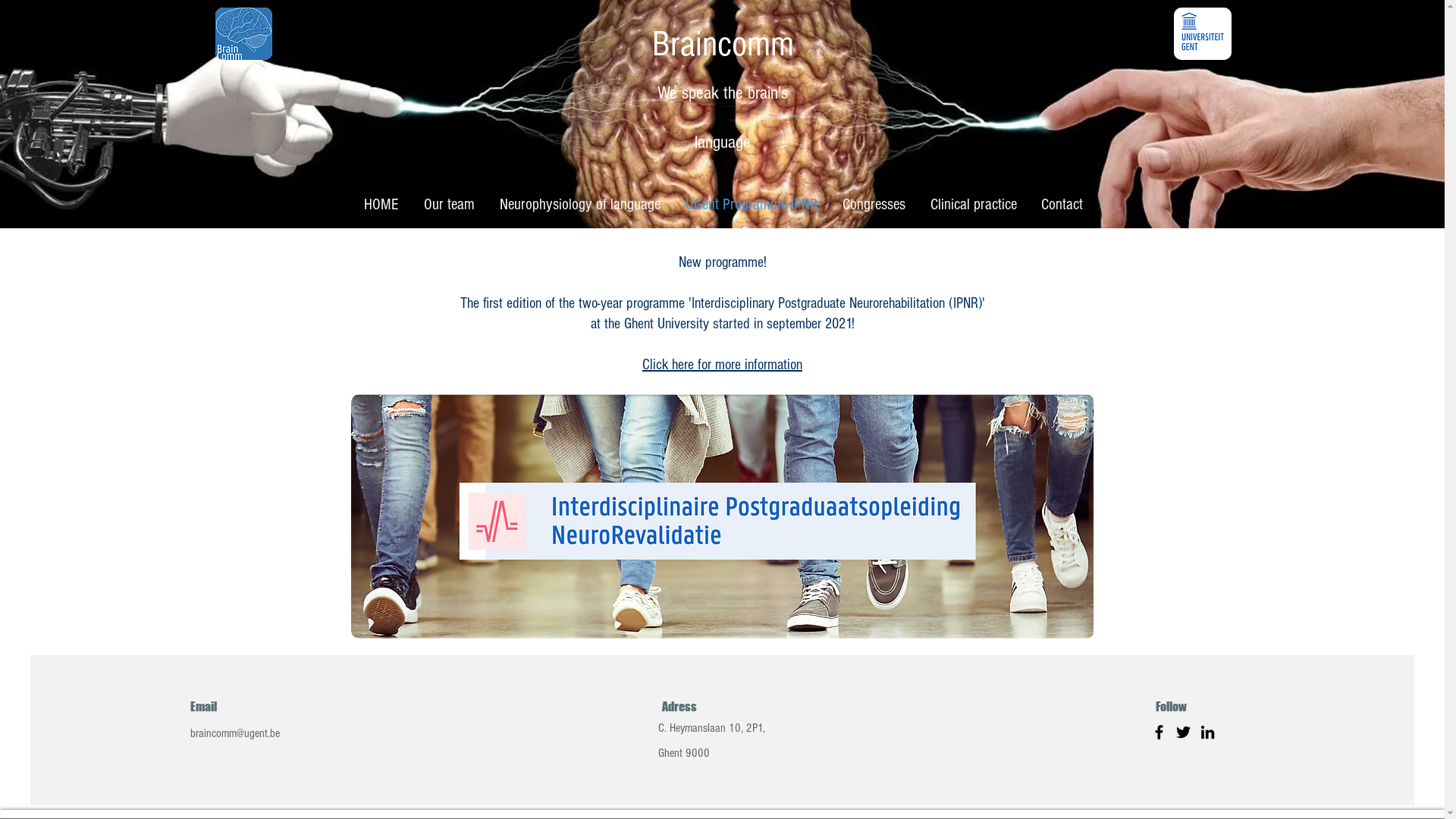 The image size is (1456, 819). Describe the element at coordinates (487, 205) in the screenshot. I see `'Neurophysiology of language'` at that location.